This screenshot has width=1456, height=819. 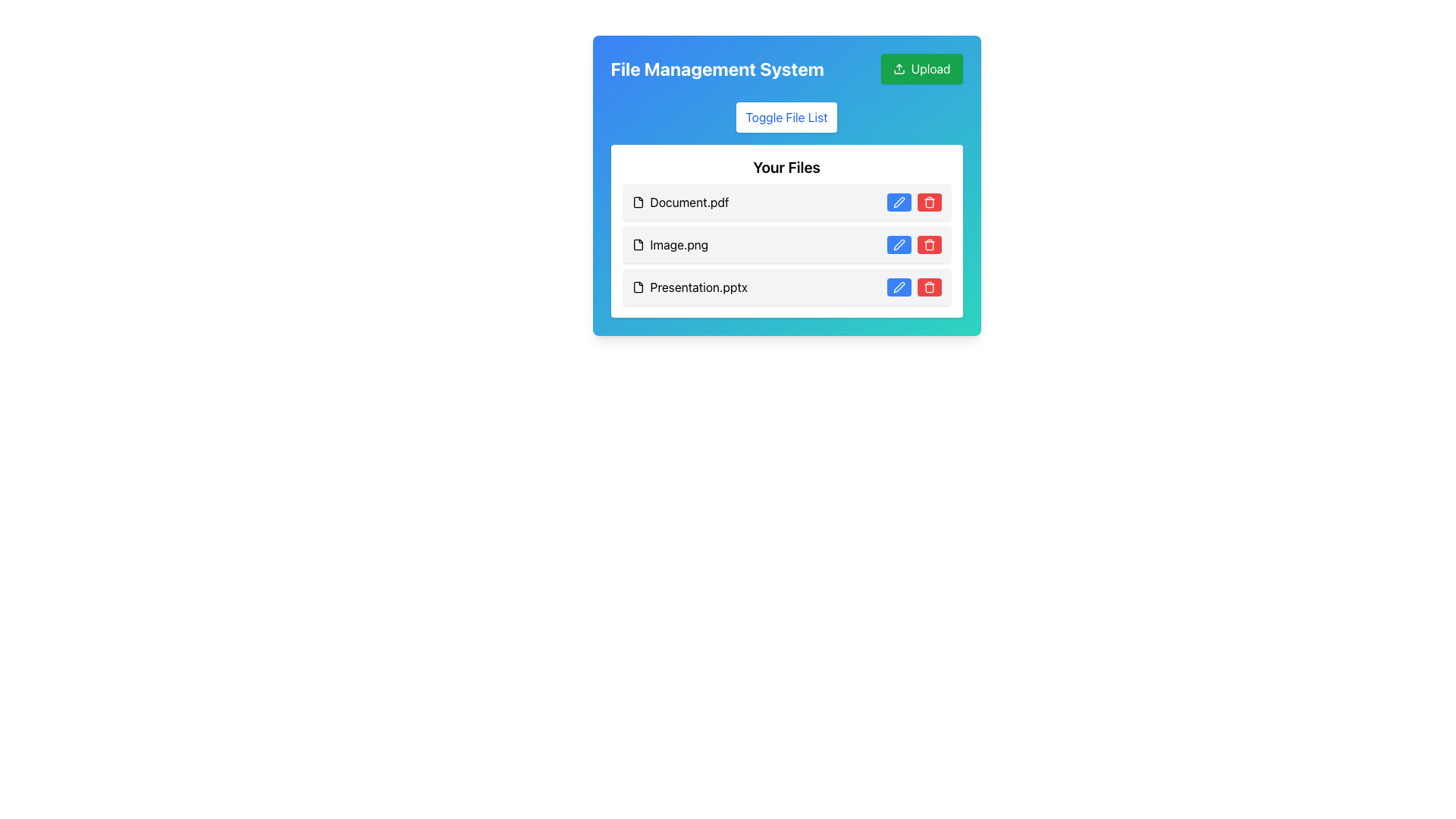 What do you see at coordinates (928, 287) in the screenshot?
I see `the delete button located in the third row of the 'Your Files' section, which is positioned to the right of the blue pencil icon, to observe visual feedback` at bounding box center [928, 287].